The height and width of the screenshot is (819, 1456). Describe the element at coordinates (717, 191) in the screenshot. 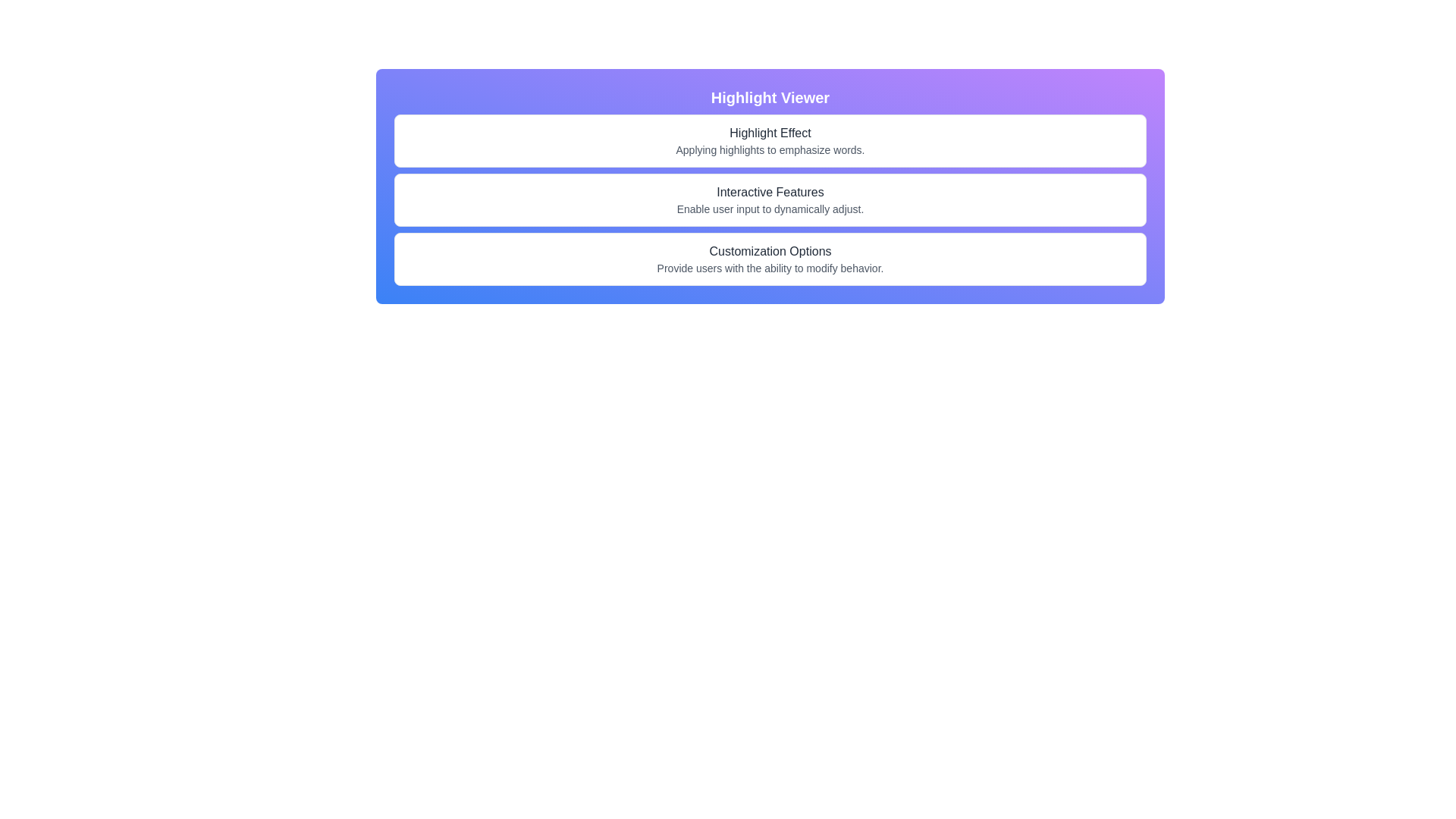

I see `the first character of the text 'Interactive Features', which is located centrally in the page layout` at that location.